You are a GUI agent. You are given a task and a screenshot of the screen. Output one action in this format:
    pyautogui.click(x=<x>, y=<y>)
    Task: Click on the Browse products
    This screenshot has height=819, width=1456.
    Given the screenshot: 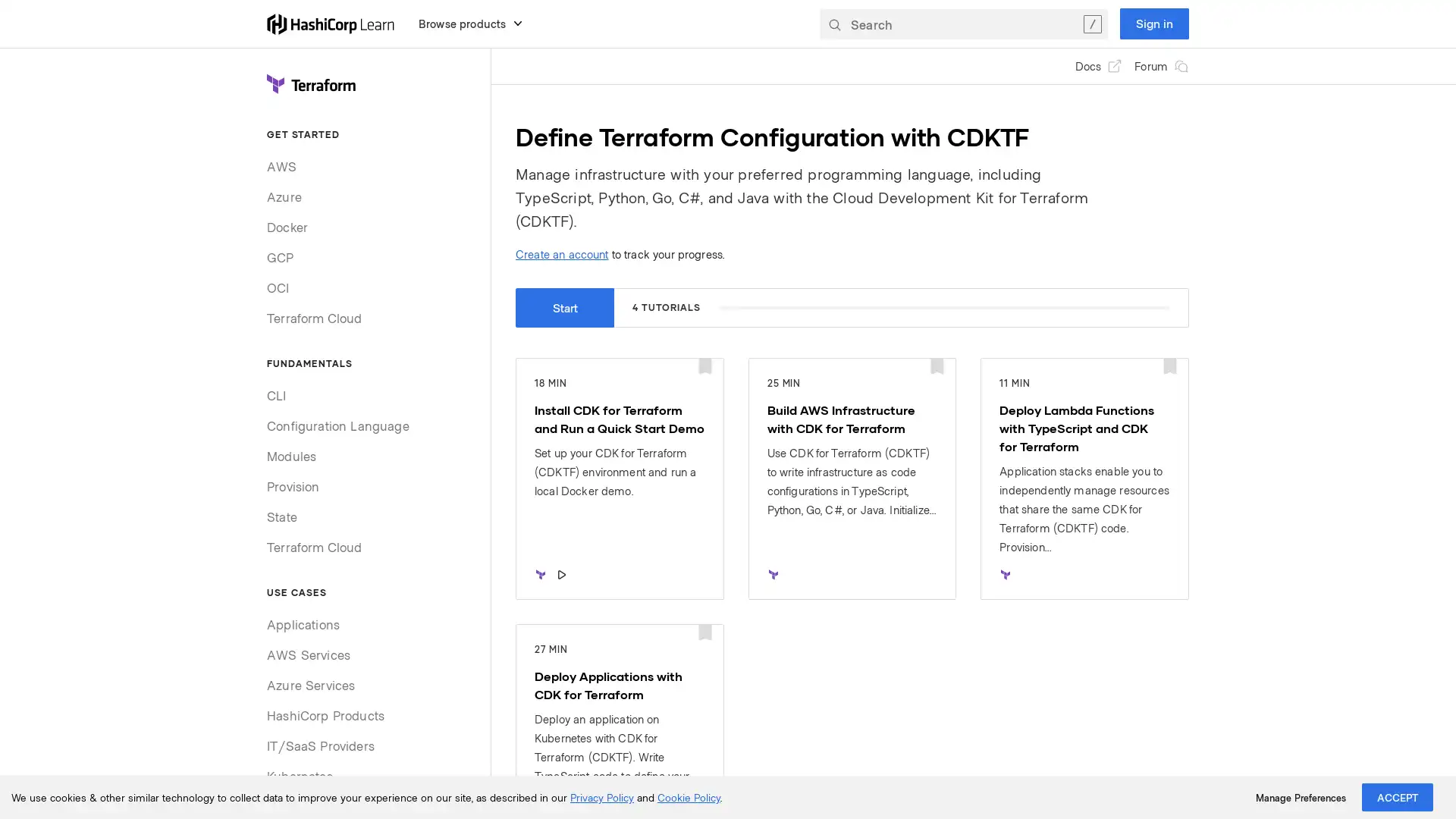 What is the action you would take?
    pyautogui.click(x=470, y=23)
    